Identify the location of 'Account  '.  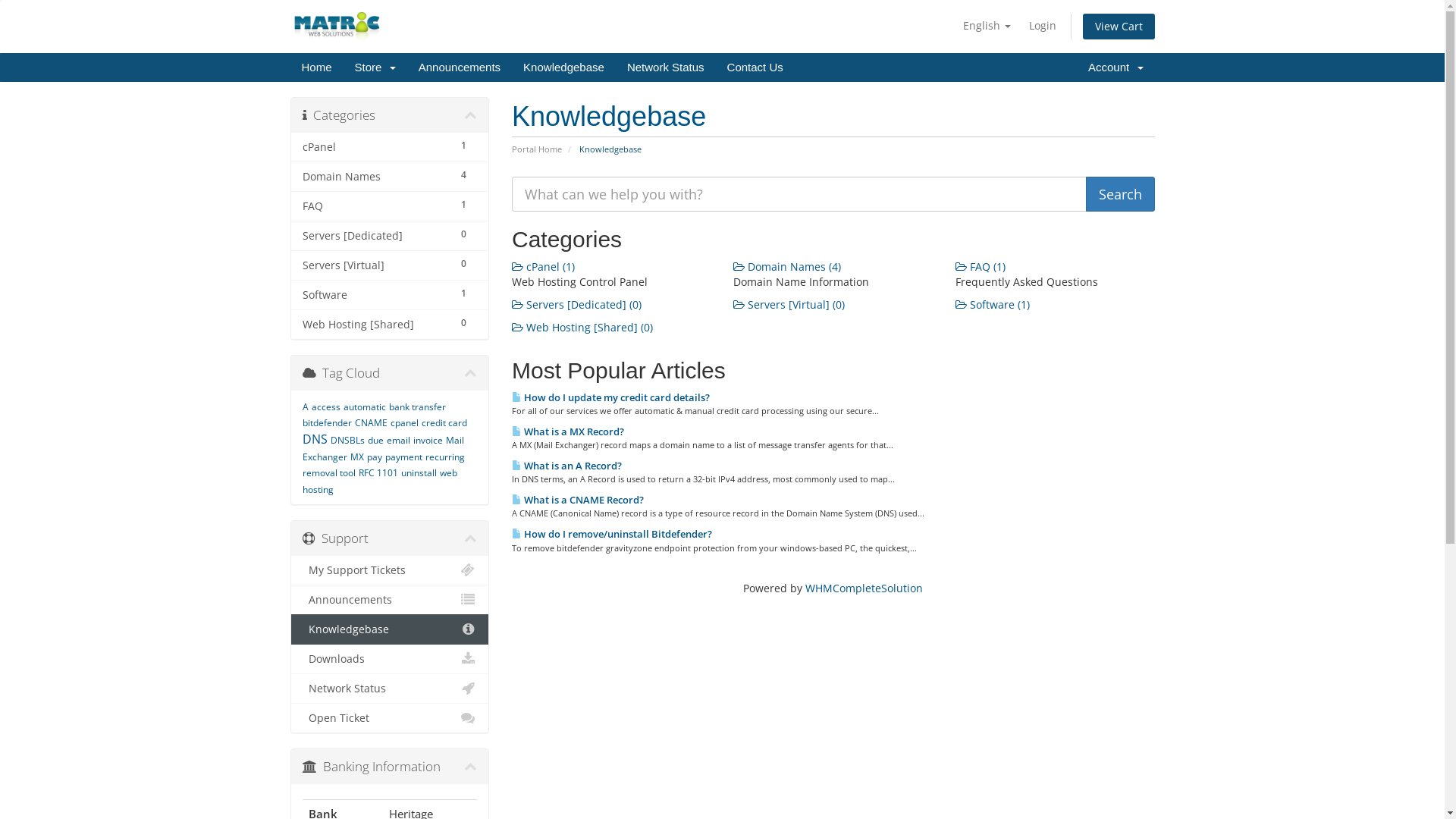
(1116, 66).